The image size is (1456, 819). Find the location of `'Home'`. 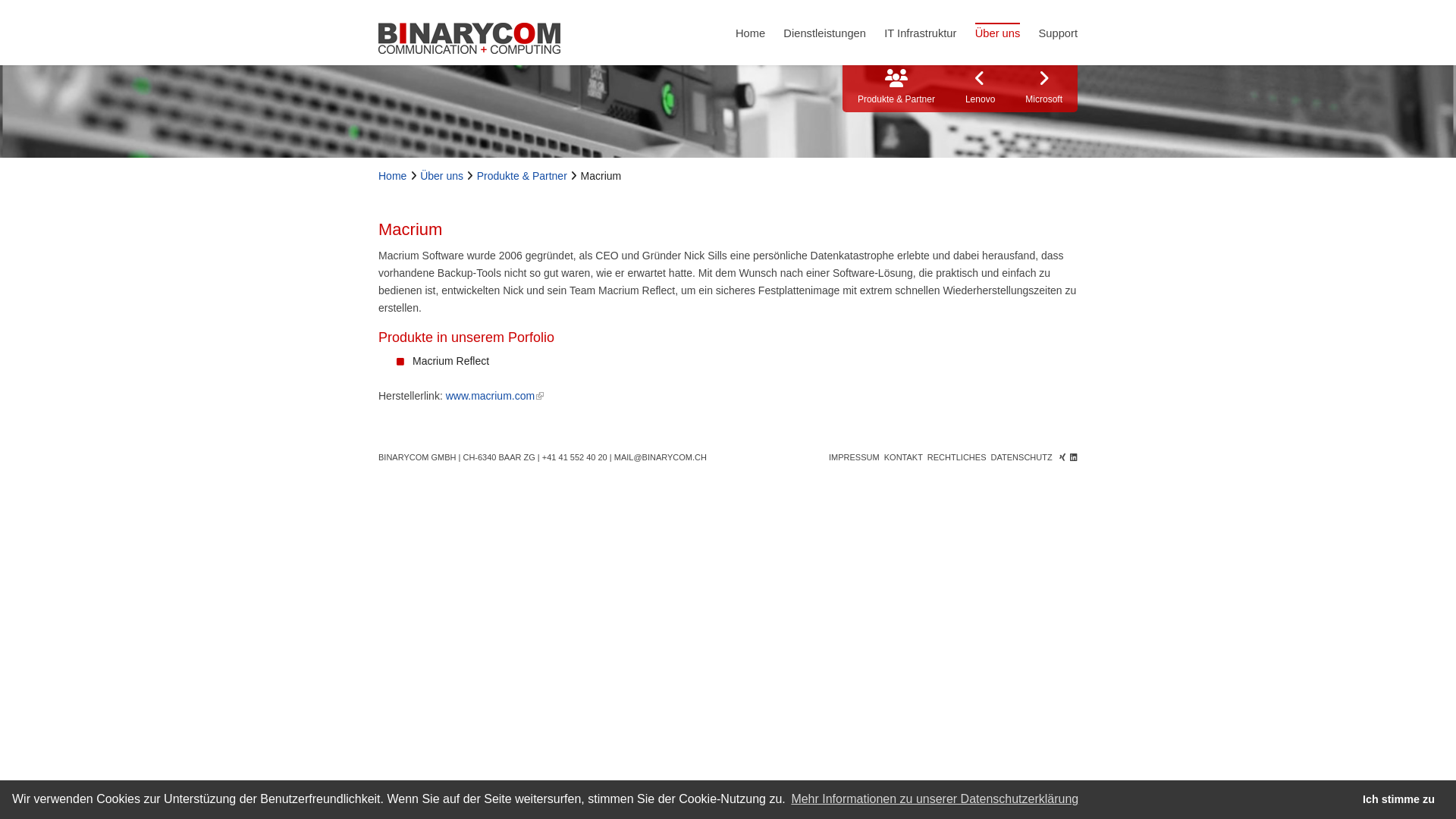

'Home' is located at coordinates (750, 32).